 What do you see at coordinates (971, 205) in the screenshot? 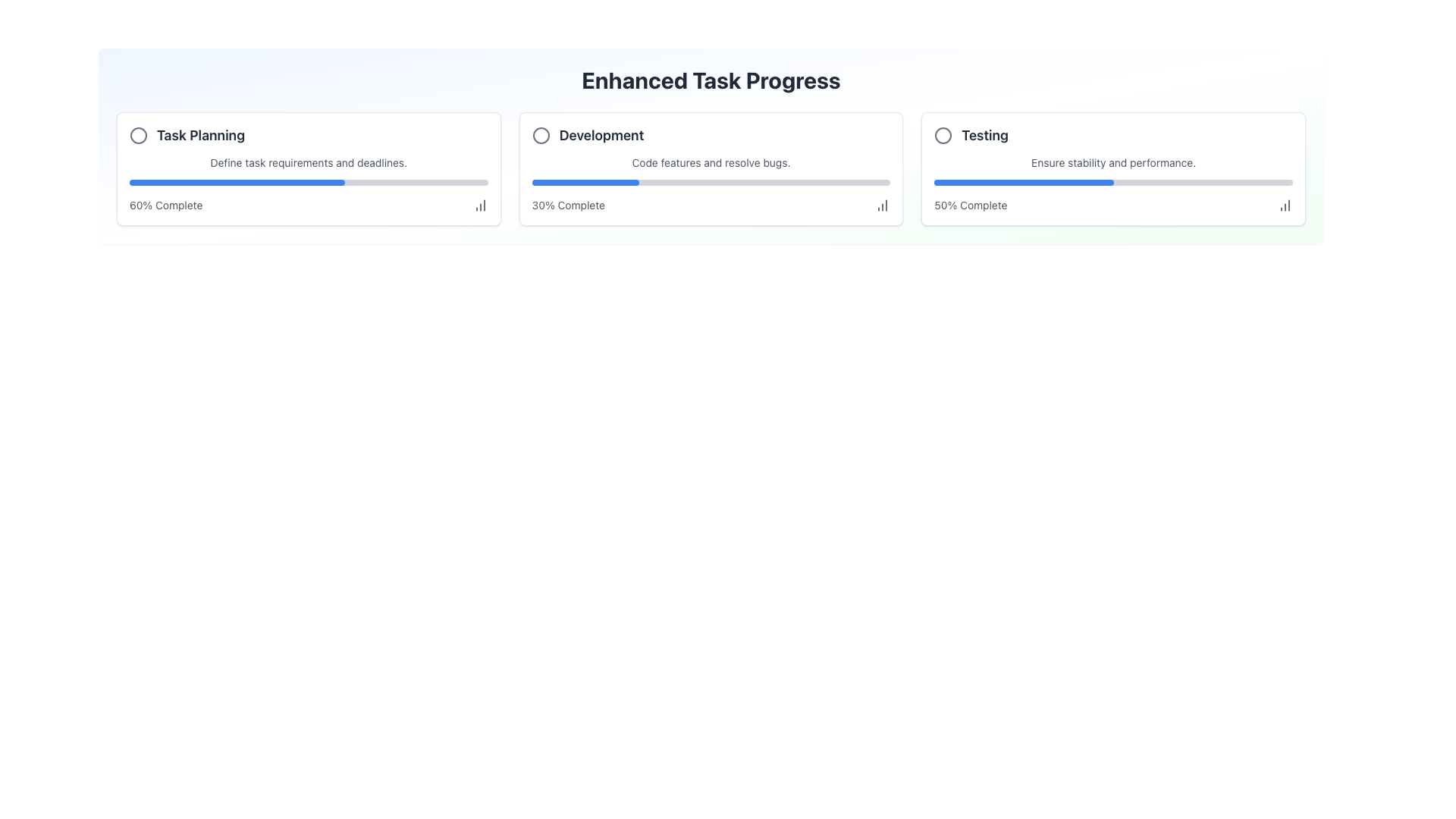
I see `the text label displaying '50% Complete' in gray color, located under the progress bar in the bottom section of the third card` at bounding box center [971, 205].